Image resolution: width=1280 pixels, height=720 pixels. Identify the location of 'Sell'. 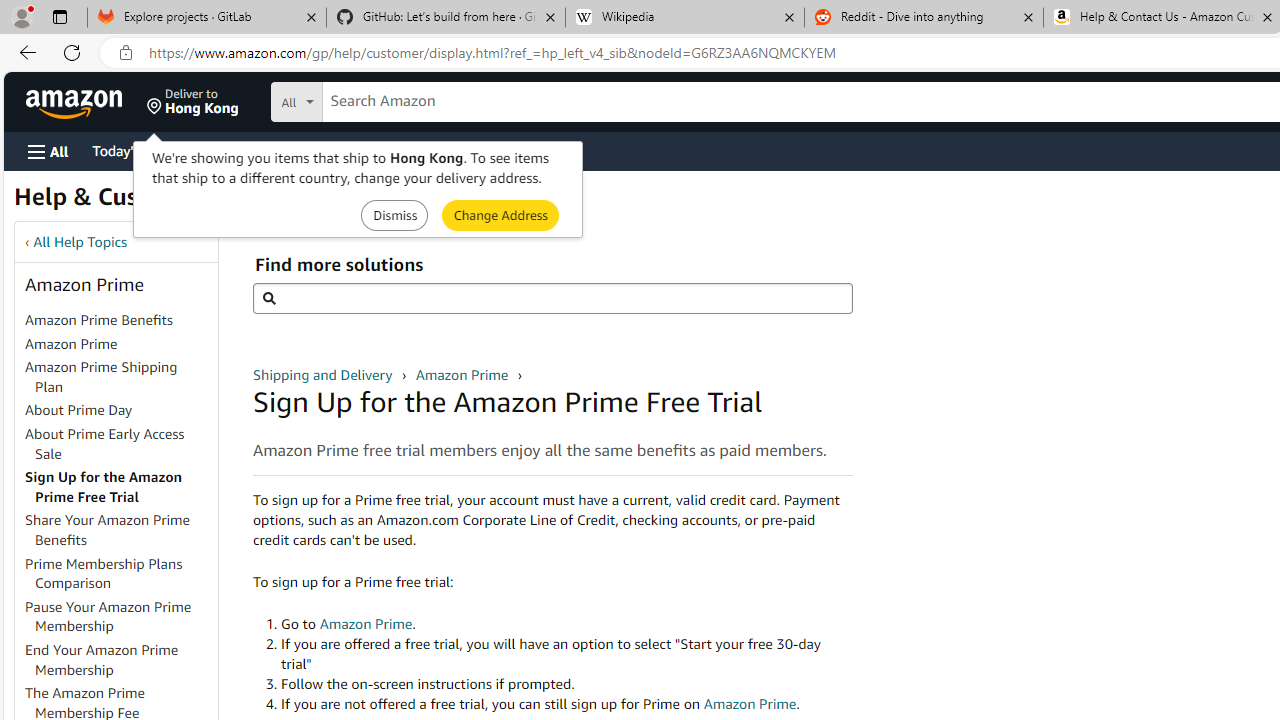
(510, 149).